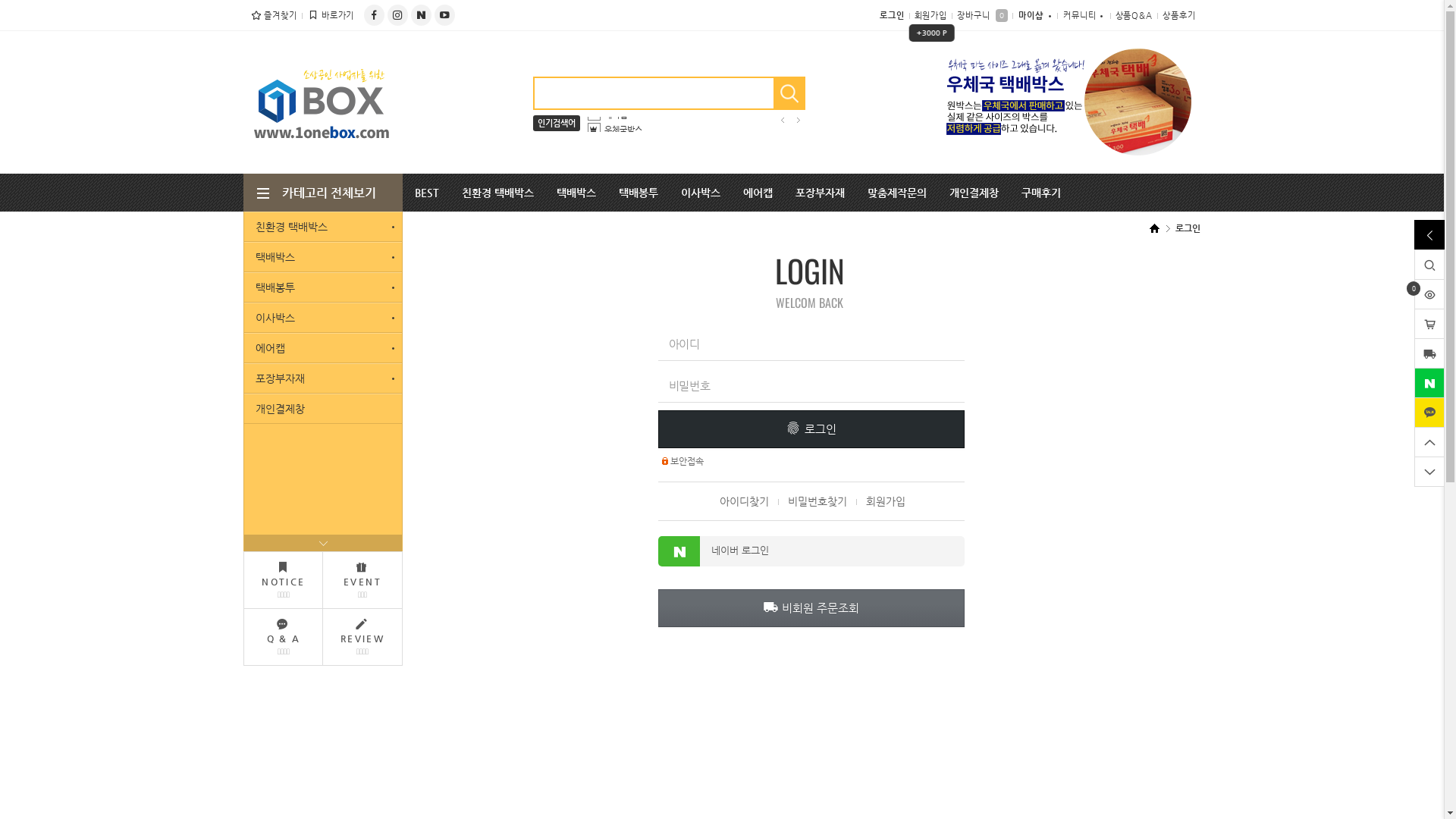  What do you see at coordinates (425, 192) in the screenshot?
I see `'BEST'` at bounding box center [425, 192].